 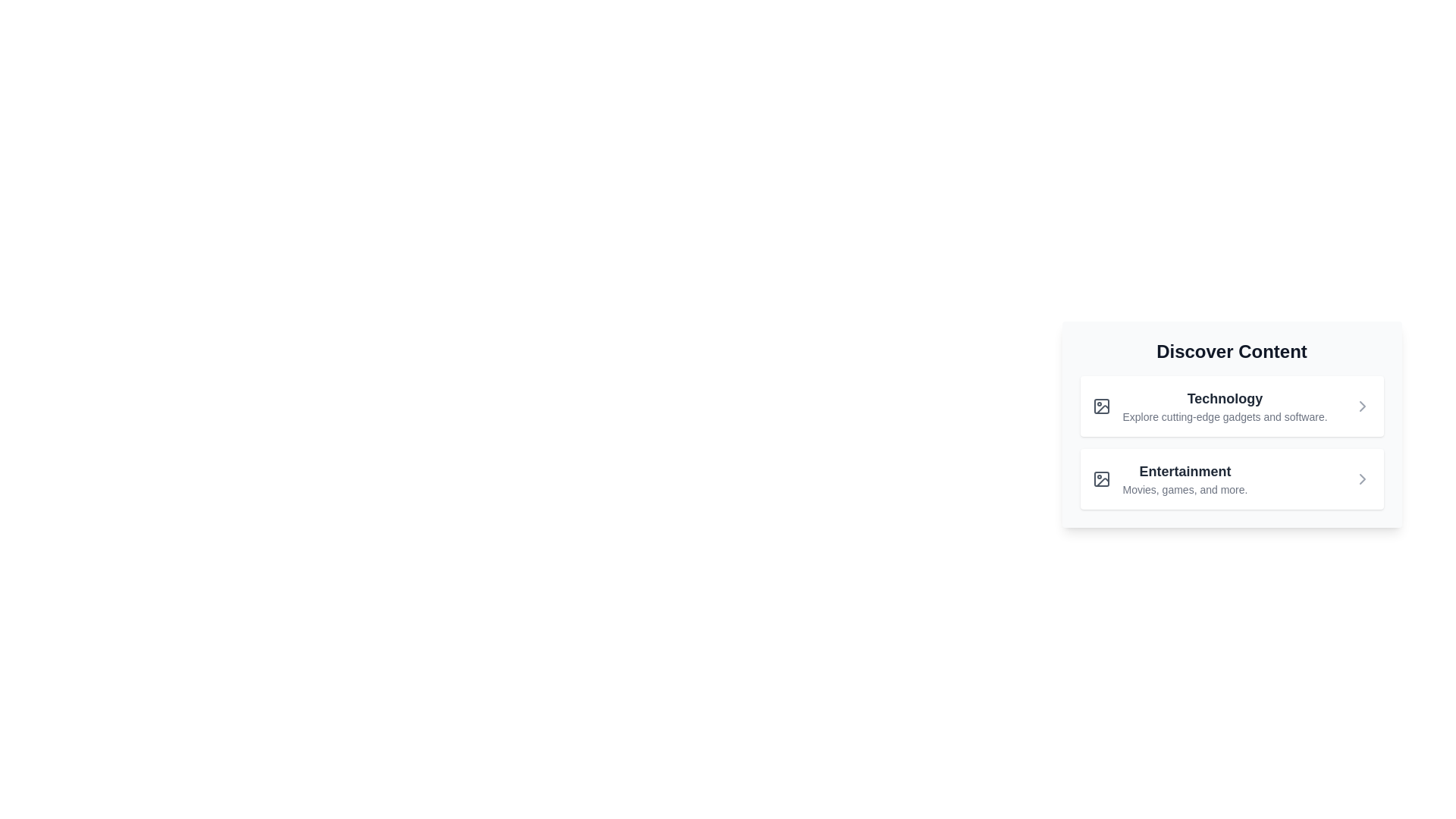 What do you see at coordinates (1185, 489) in the screenshot?
I see `the text label reading 'Movies, games, and more.' which is styled in small gray font and located under the 'Entertainment' heading within the content card` at bounding box center [1185, 489].